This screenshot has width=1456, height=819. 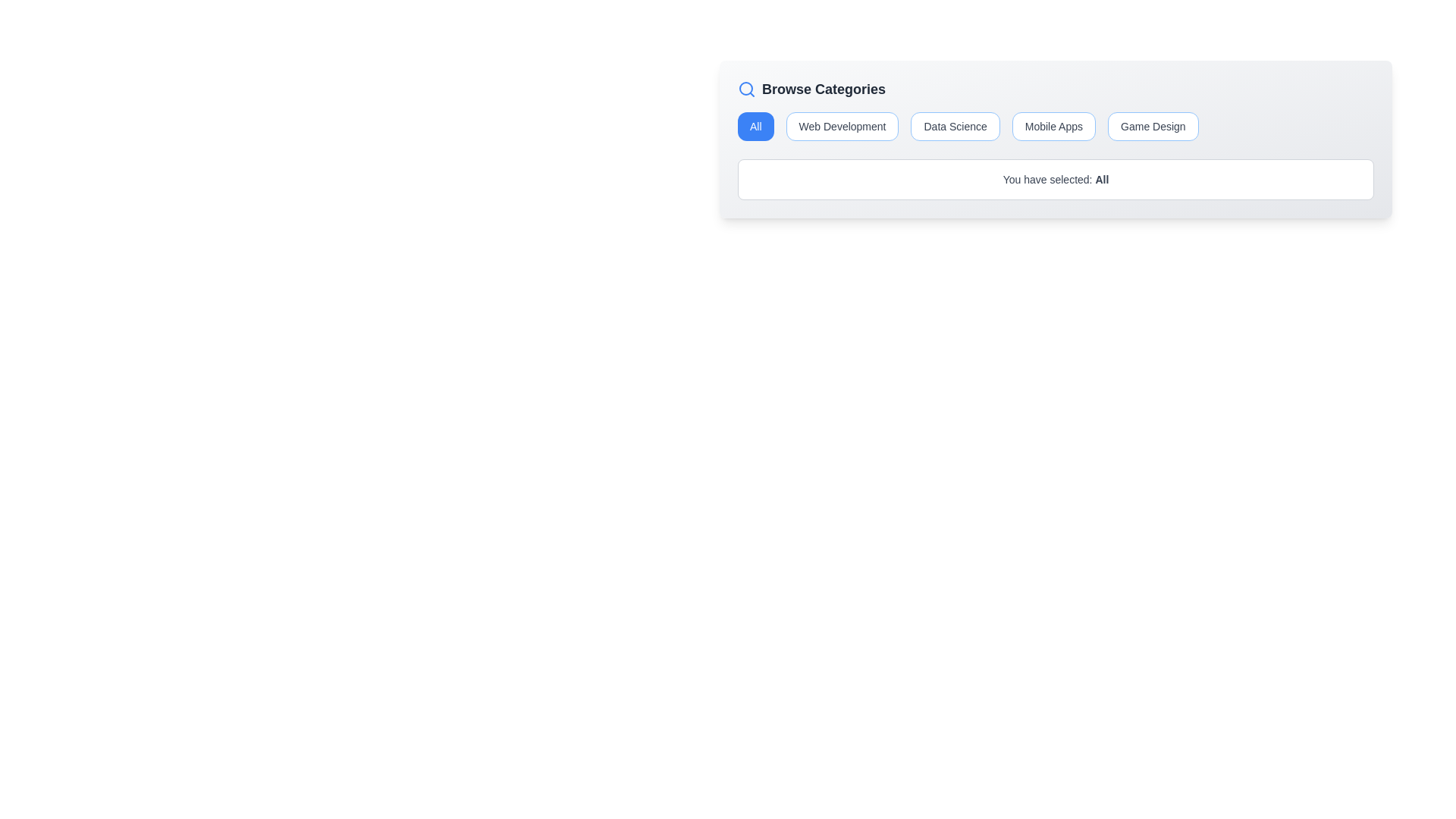 What do you see at coordinates (1102, 178) in the screenshot?
I see `the text label 'All', which is bolded and highlighted within the string 'You have selected: All' located in the lower center of the layout` at bounding box center [1102, 178].